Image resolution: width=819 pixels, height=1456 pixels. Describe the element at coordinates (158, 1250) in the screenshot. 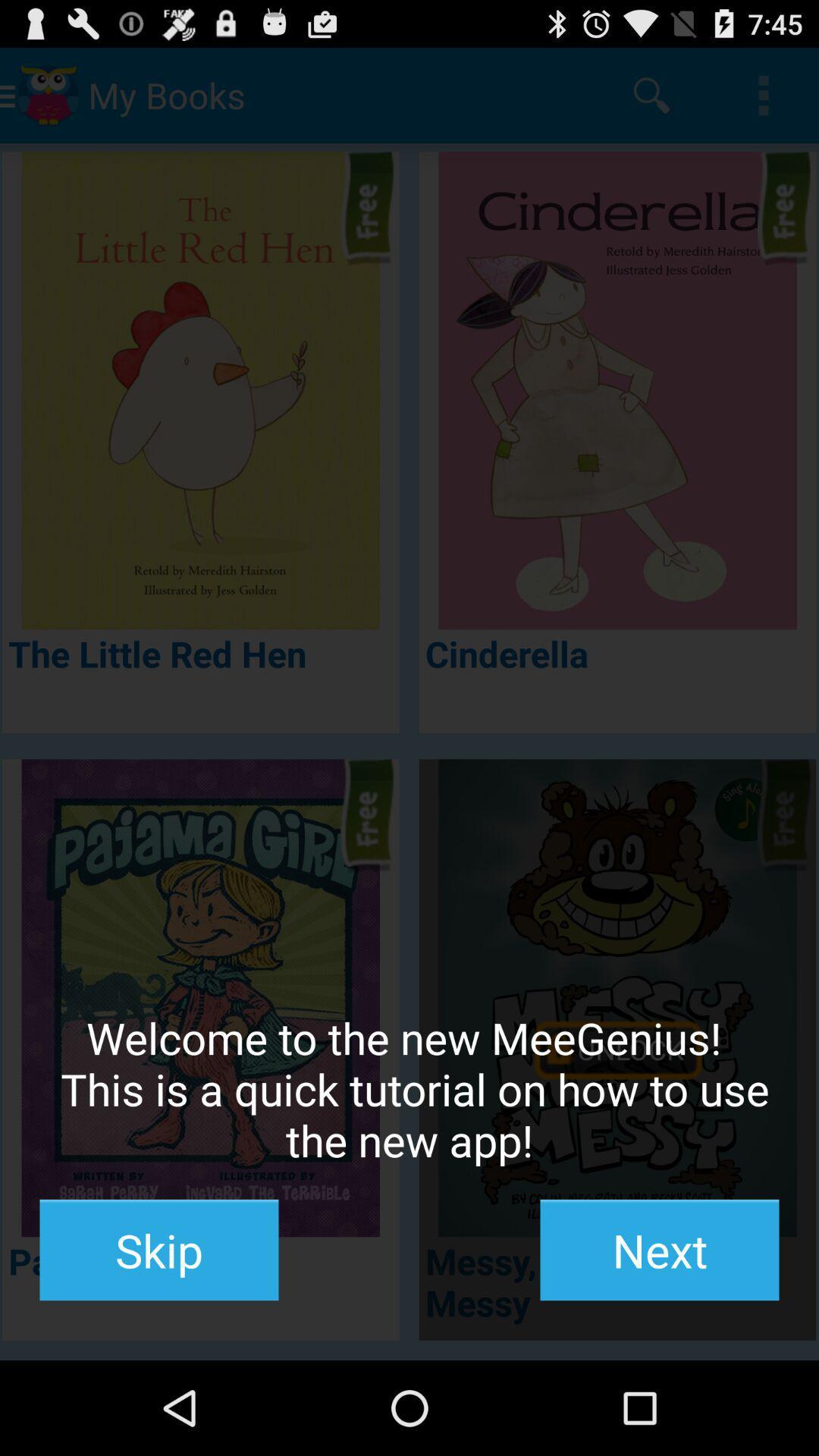

I see `skip item` at that location.